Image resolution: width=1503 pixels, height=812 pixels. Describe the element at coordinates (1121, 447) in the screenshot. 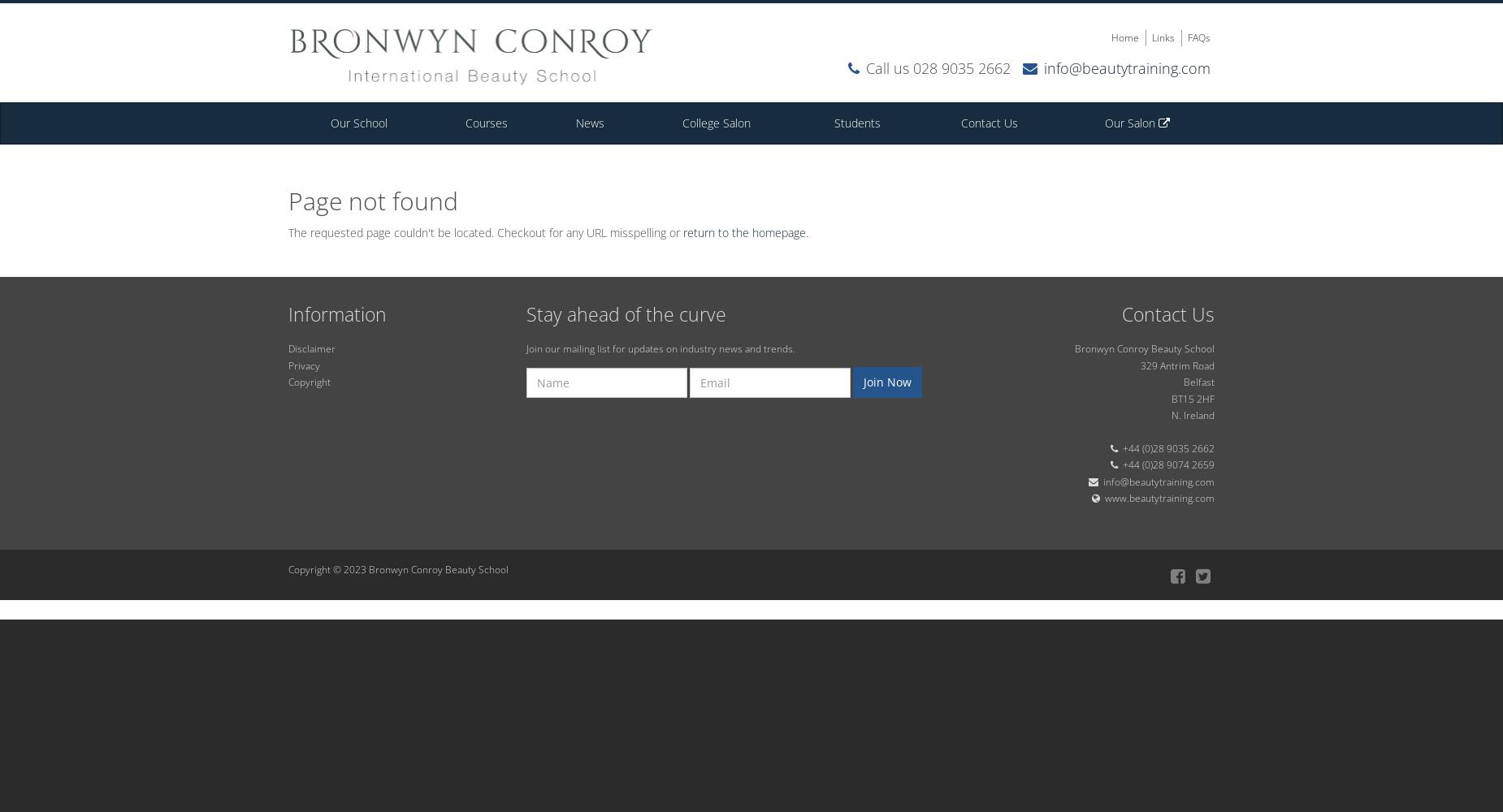

I see `'+44 (0)28 9035 2662'` at that location.